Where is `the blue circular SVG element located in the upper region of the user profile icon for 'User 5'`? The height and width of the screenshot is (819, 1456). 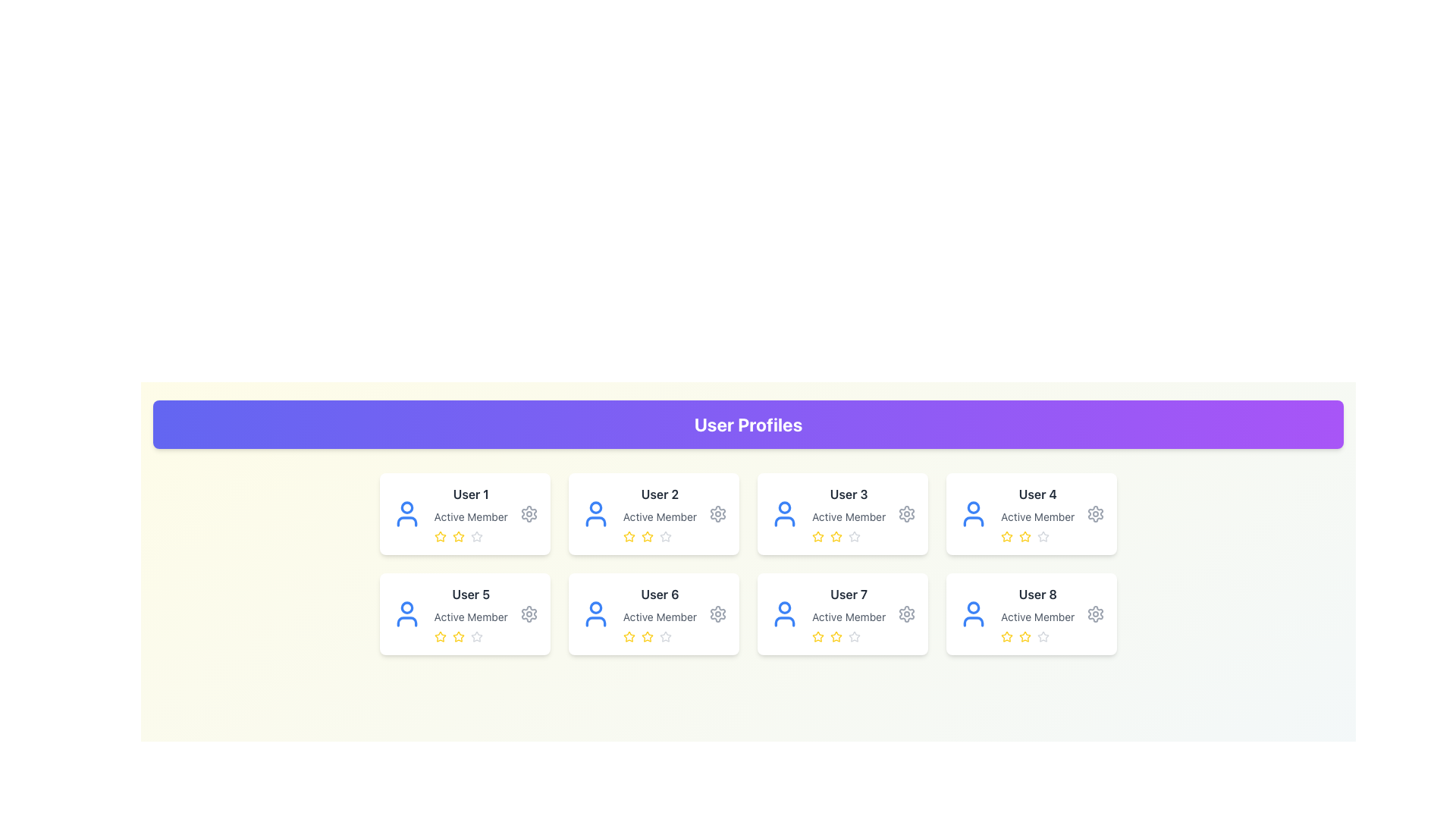
the blue circular SVG element located in the upper region of the user profile icon for 'User 5' is located at coordinates (406, 607).